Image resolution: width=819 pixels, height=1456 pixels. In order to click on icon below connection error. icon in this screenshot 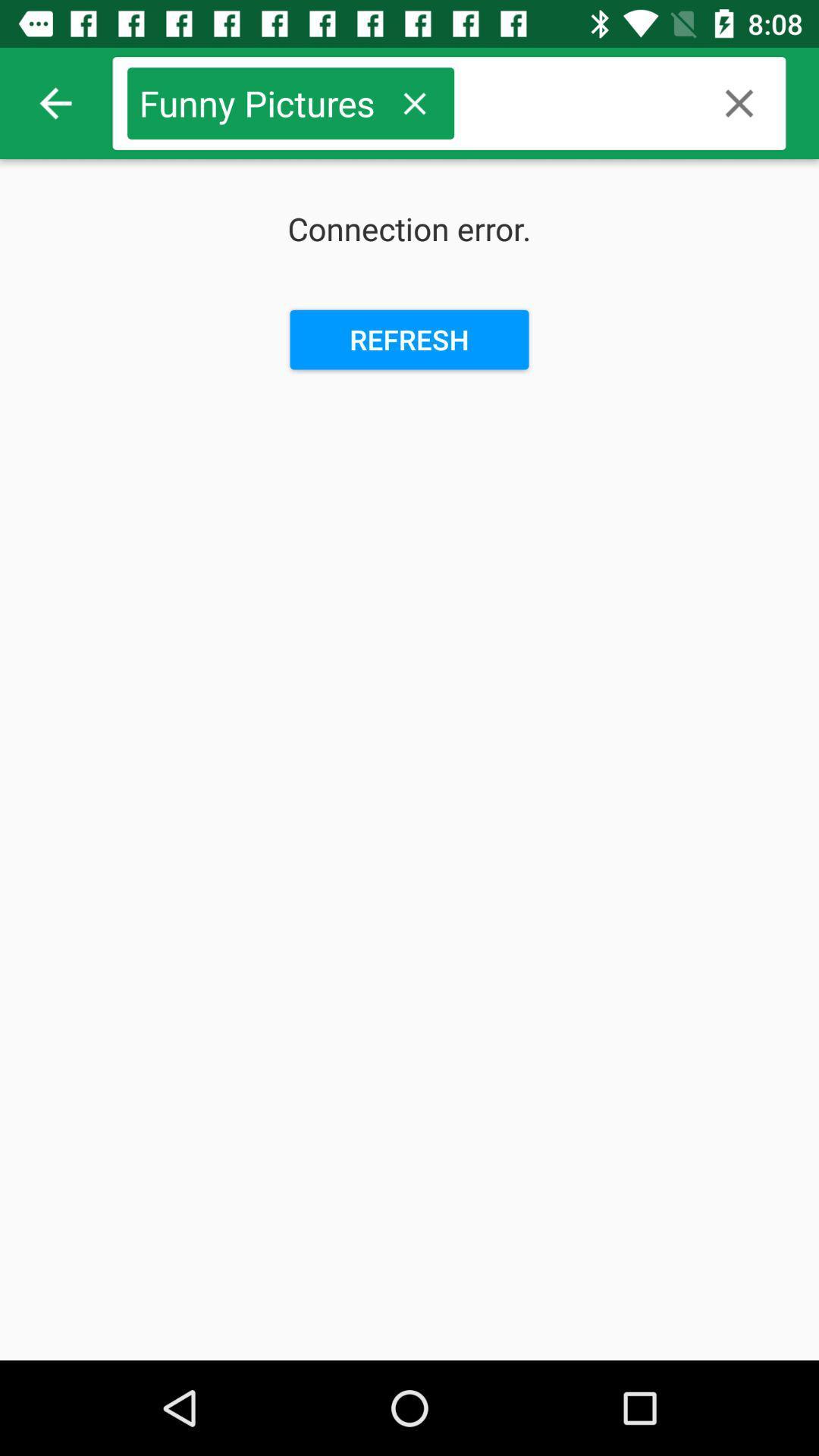, I will do `click(409, 339)`.